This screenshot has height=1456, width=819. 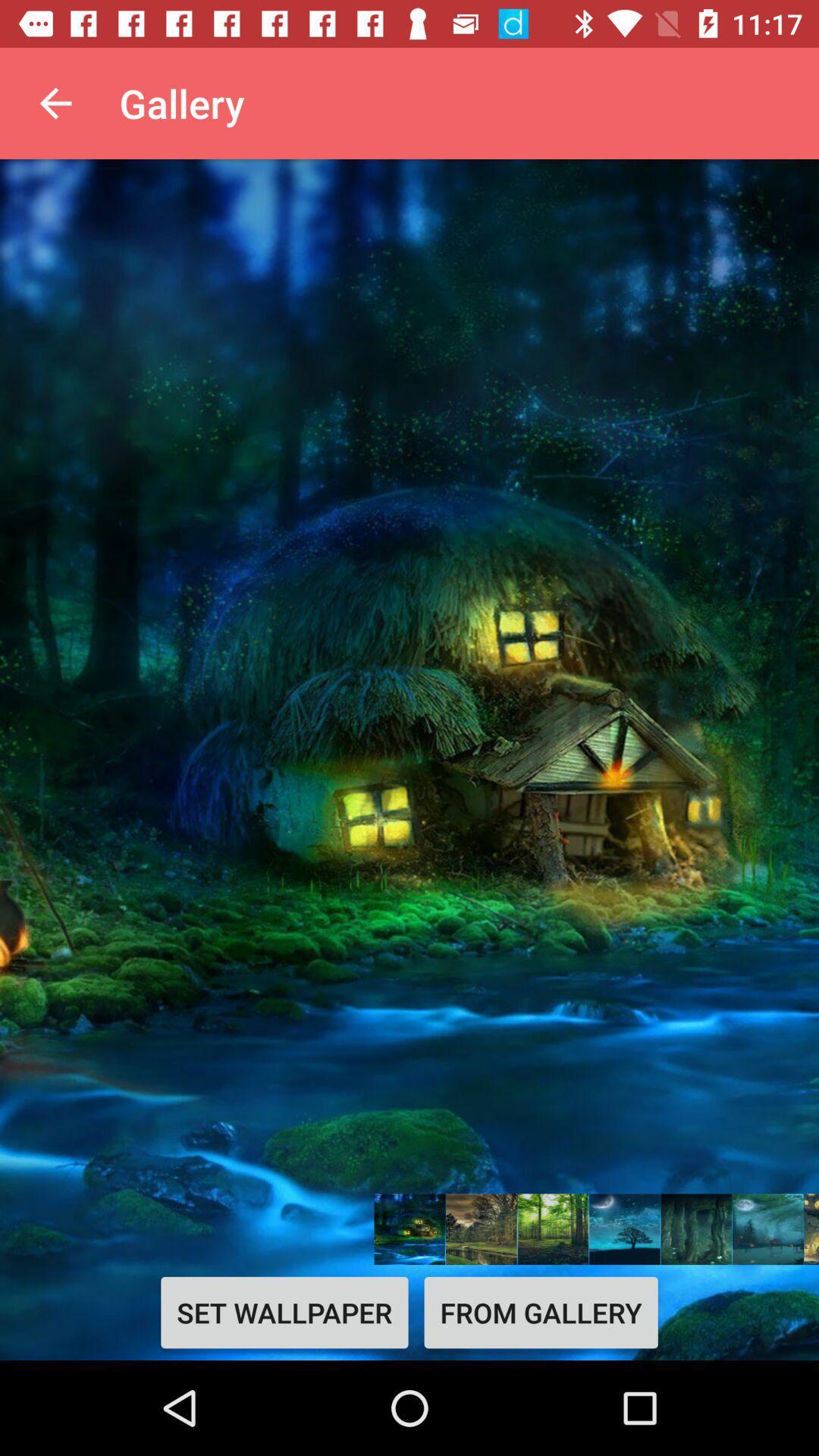 What do you see at coordinates (540, 1312) in the screenshot?
I see `the from gallery item` at bounding box center [540, 1312].